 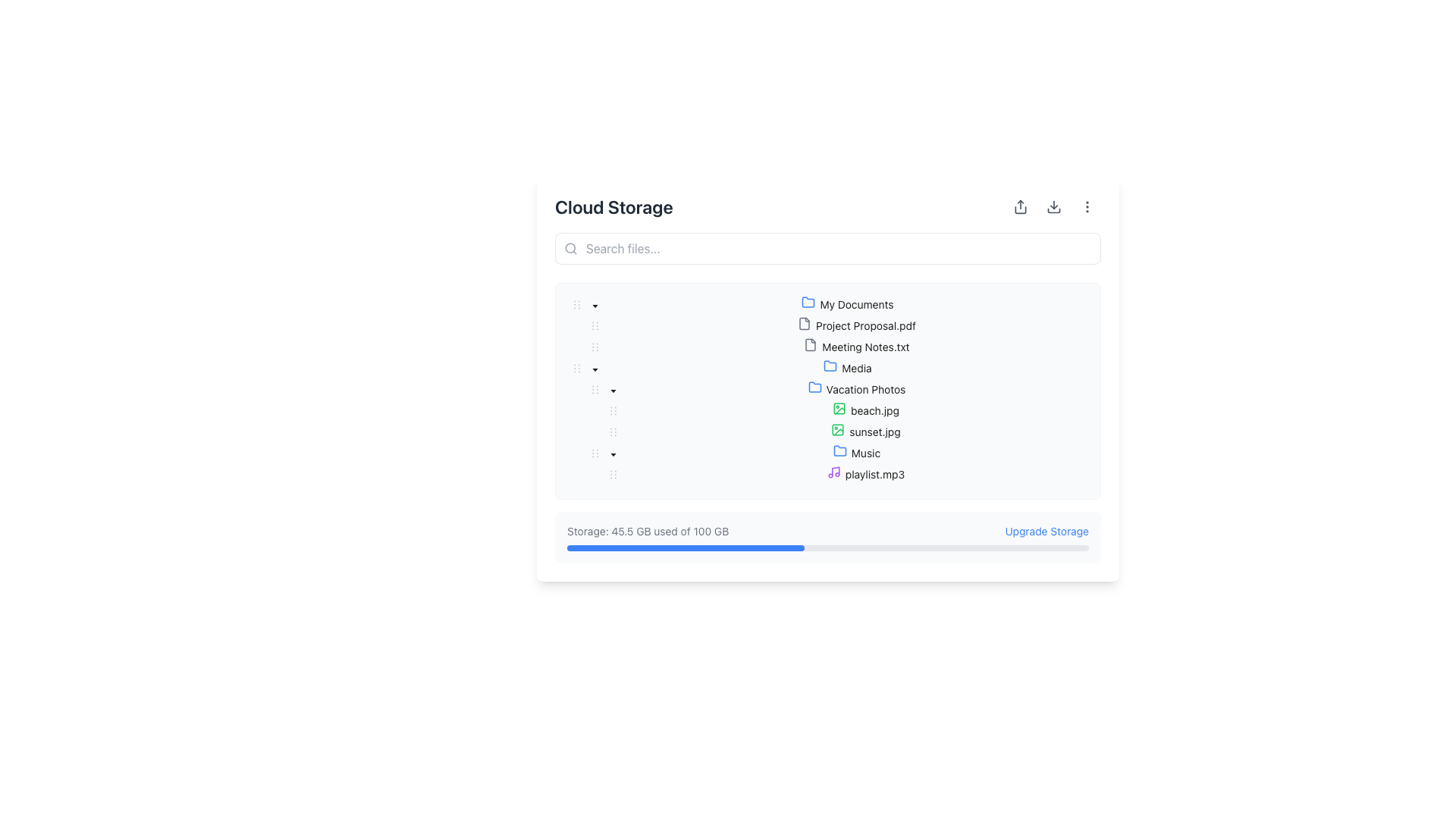 I want to click on the upward-pointing arrow icon button located at the top-right corner of the interface, so click(x=1020, y=207).